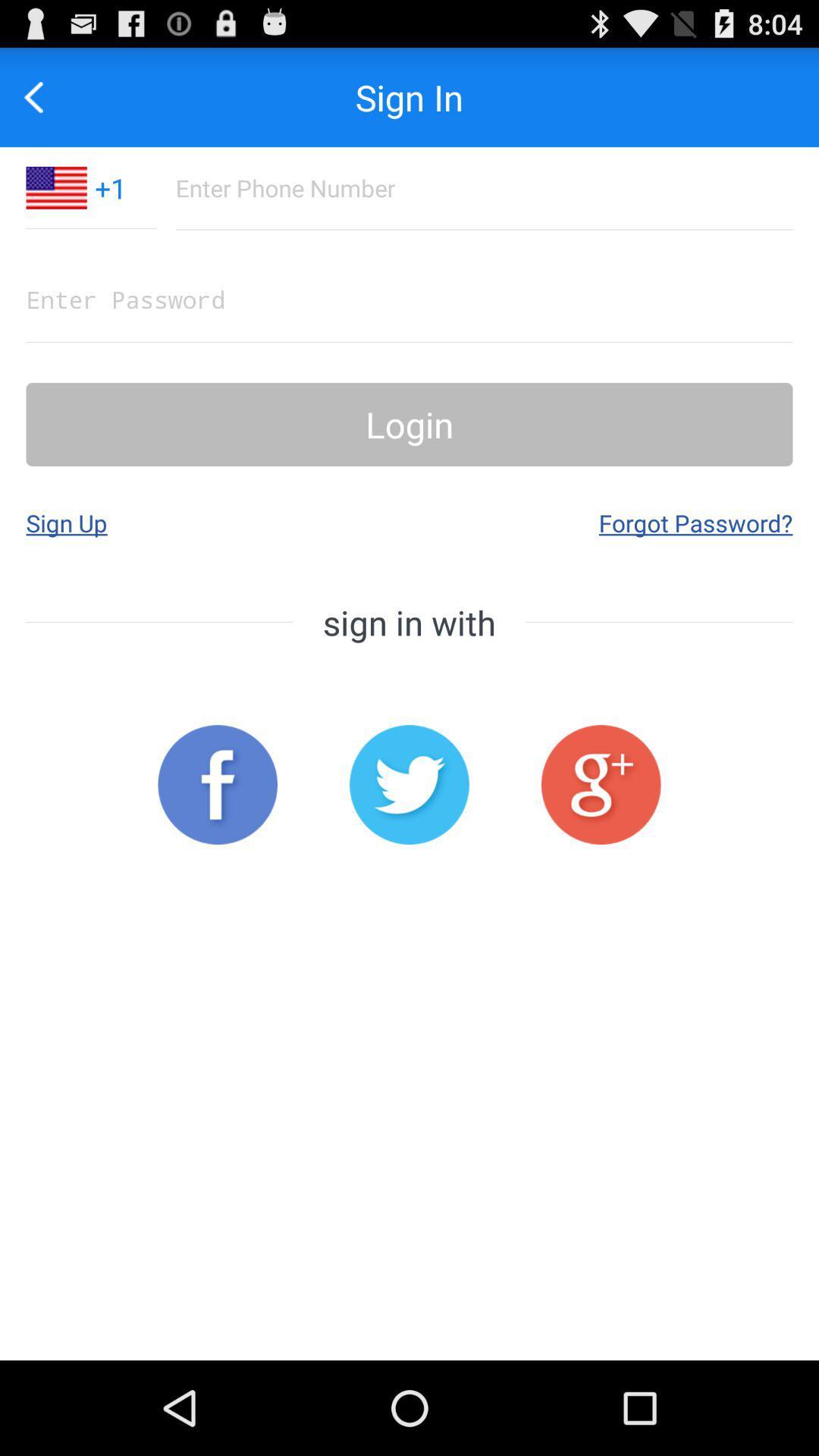 The width and height of the screenshot is (819, 1456). Describe the element at coordinates (484, 187) in the screenshot. I see `phone number as login` at that location.